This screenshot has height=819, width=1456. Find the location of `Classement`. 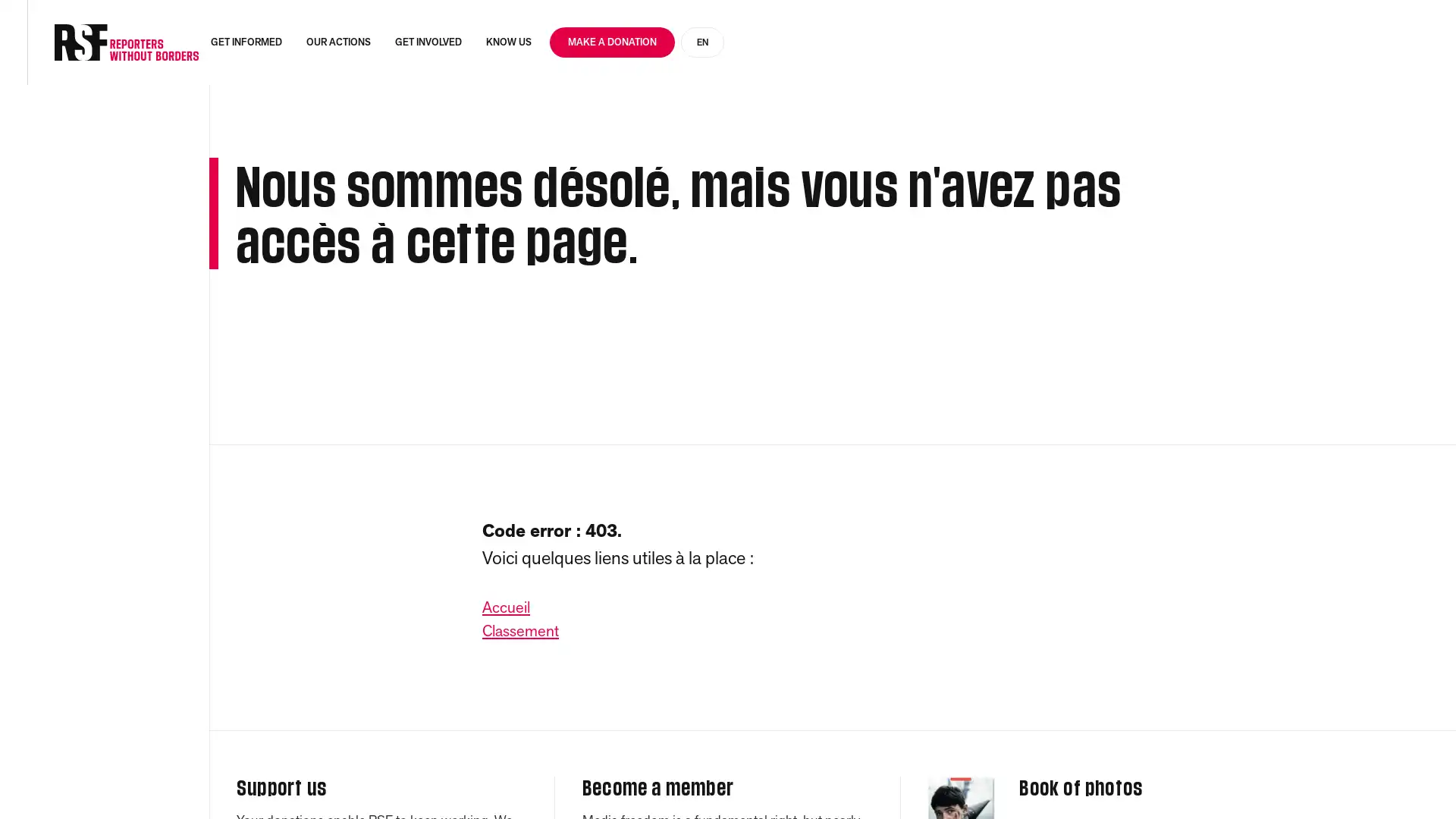

Classement is located at coordinates (526, 637).